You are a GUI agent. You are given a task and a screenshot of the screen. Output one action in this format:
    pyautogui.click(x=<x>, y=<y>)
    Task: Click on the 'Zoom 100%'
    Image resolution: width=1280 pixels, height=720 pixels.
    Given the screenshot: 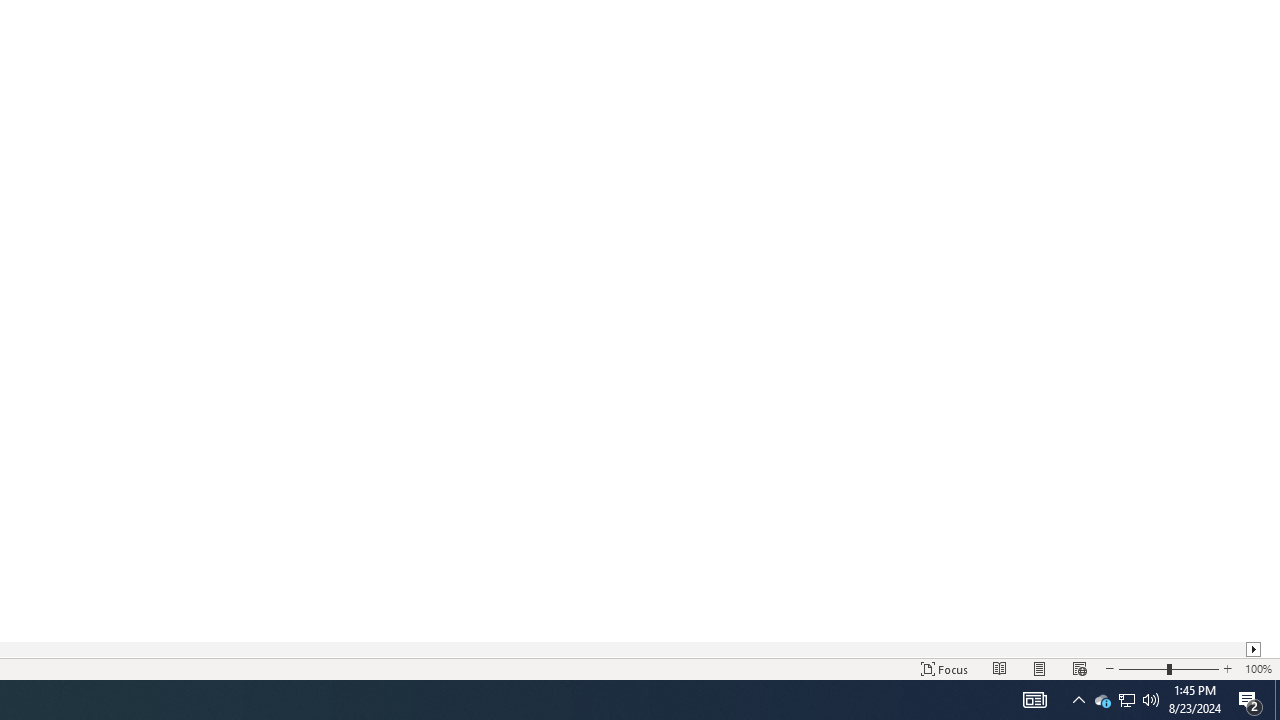 What is the action you would take?
    pyautogui.click(x=1257, y=669)
    